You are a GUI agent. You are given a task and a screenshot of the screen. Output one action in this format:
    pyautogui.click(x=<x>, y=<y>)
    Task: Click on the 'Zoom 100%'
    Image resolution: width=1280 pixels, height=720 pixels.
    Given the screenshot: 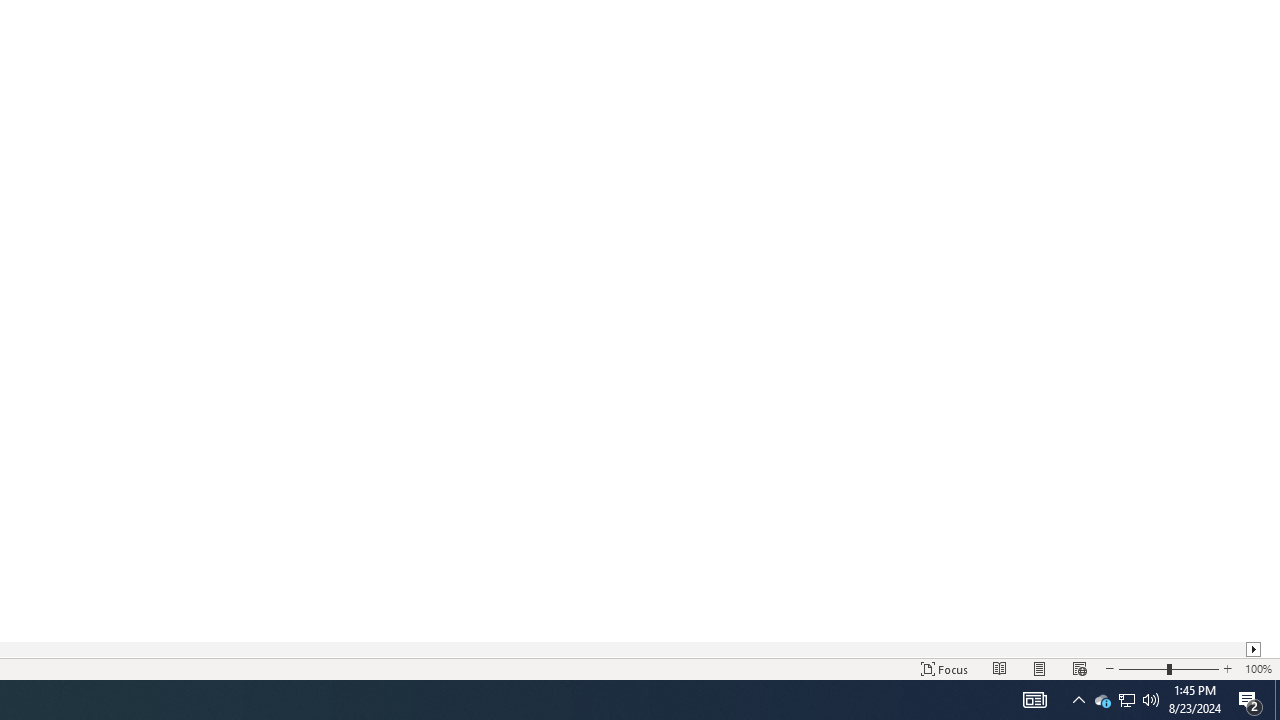 What is the action you would take?
    pyautogui.click(x=1257, y=669)
    